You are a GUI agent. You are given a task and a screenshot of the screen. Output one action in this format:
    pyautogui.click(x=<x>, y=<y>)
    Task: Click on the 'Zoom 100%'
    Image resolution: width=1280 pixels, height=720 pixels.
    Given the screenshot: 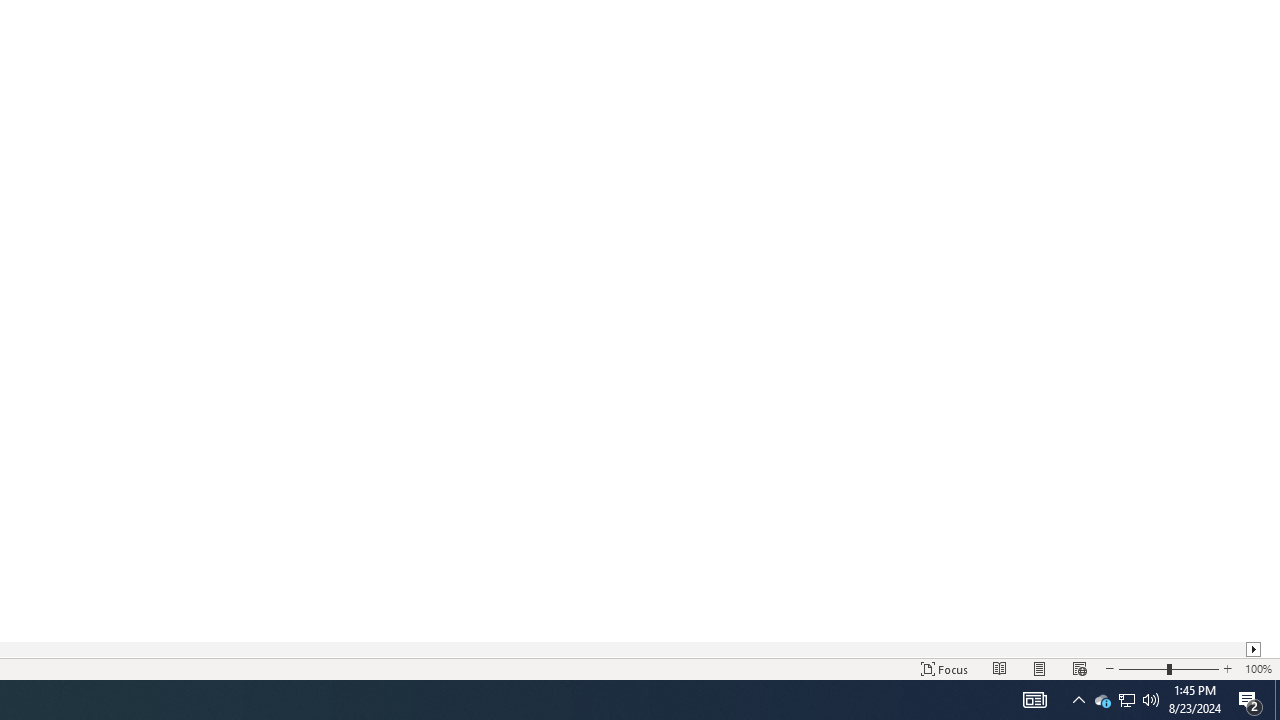 What is the action you would take?
    pyautogui.click(x=1257, y=669)
    